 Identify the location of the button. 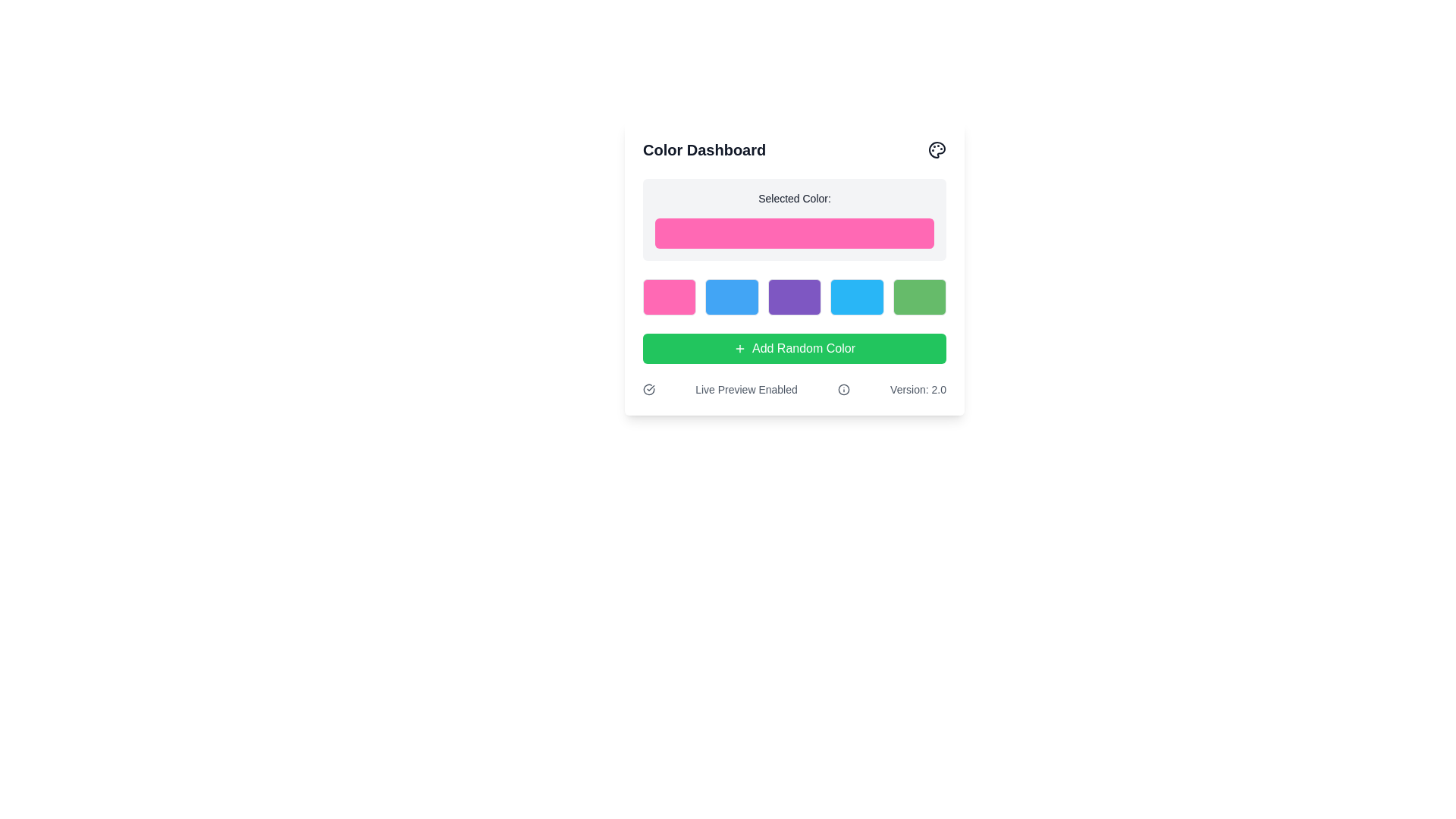
(793, 348).